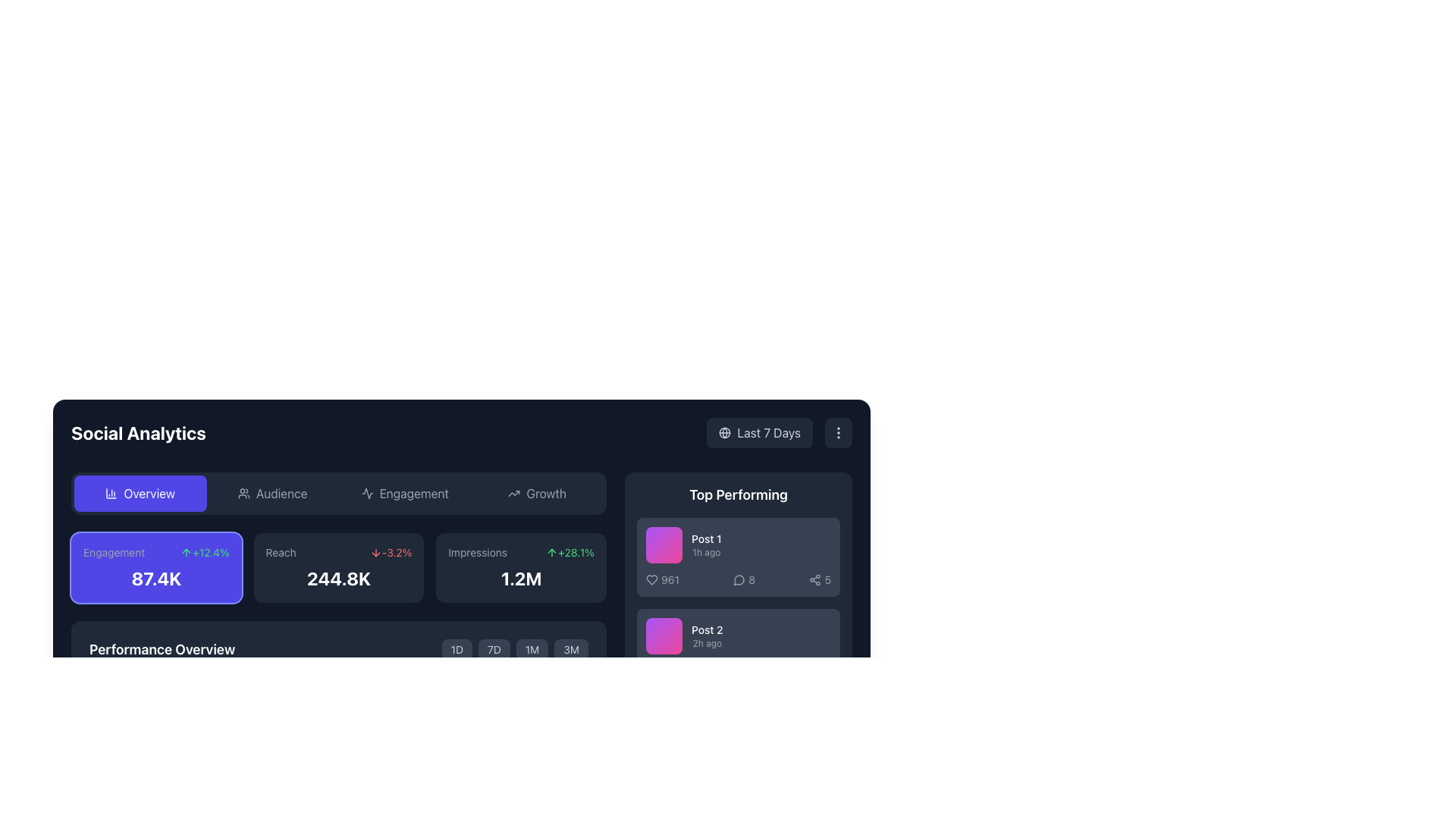 The image size is (1456, 819). I want to click on the Card-like info display panel with a vibrant purple background and the text '87.4K' at the bottom center, so click(156, 567).